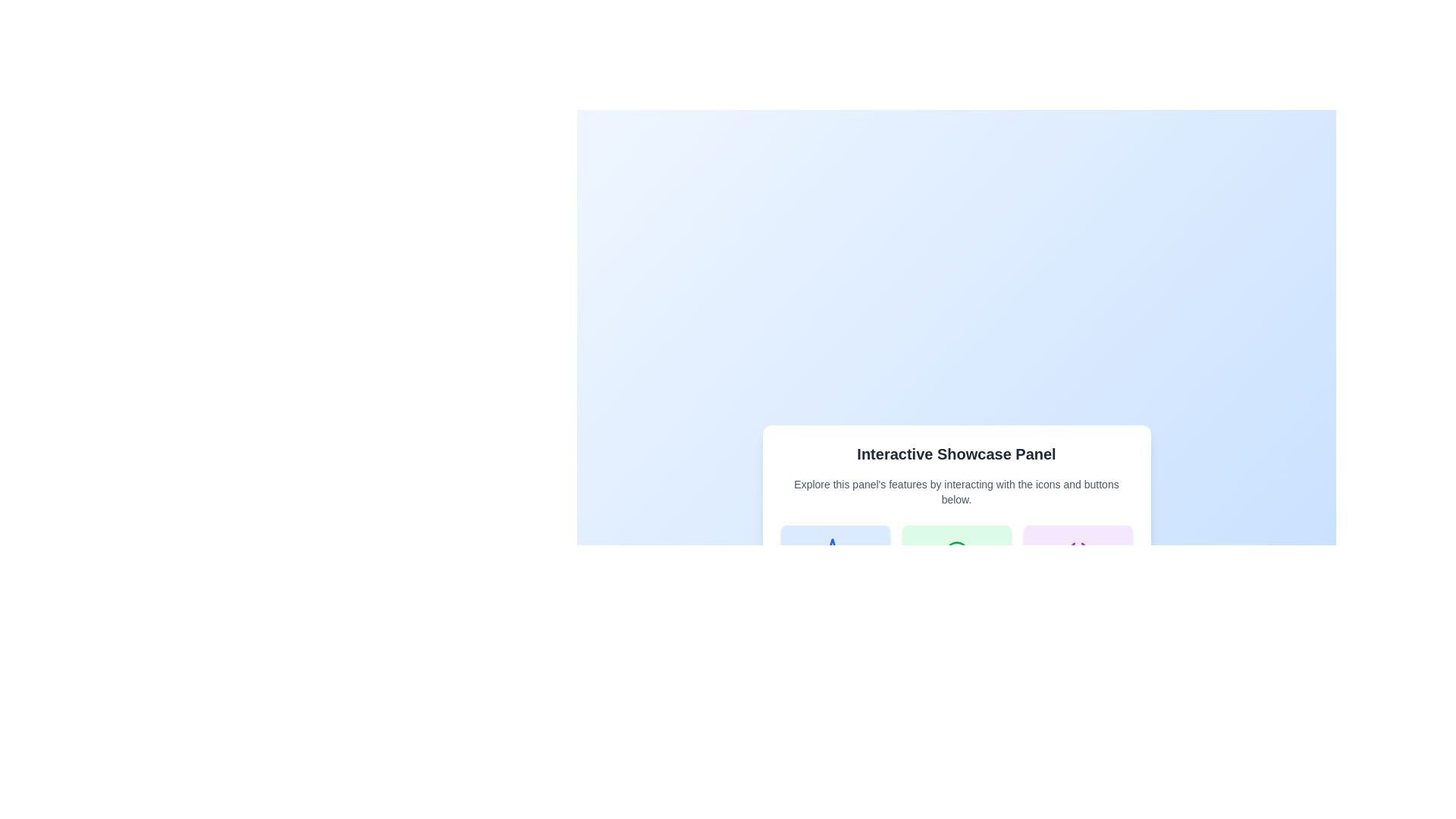 This screenshot has height=819, width=1456. Describe the element at coordinates (955, 550) in the screenshot. I see `the visibility icon at the top of the green card labeled 'Feature B', which is centered above the text label 'Feature B'` at that location.